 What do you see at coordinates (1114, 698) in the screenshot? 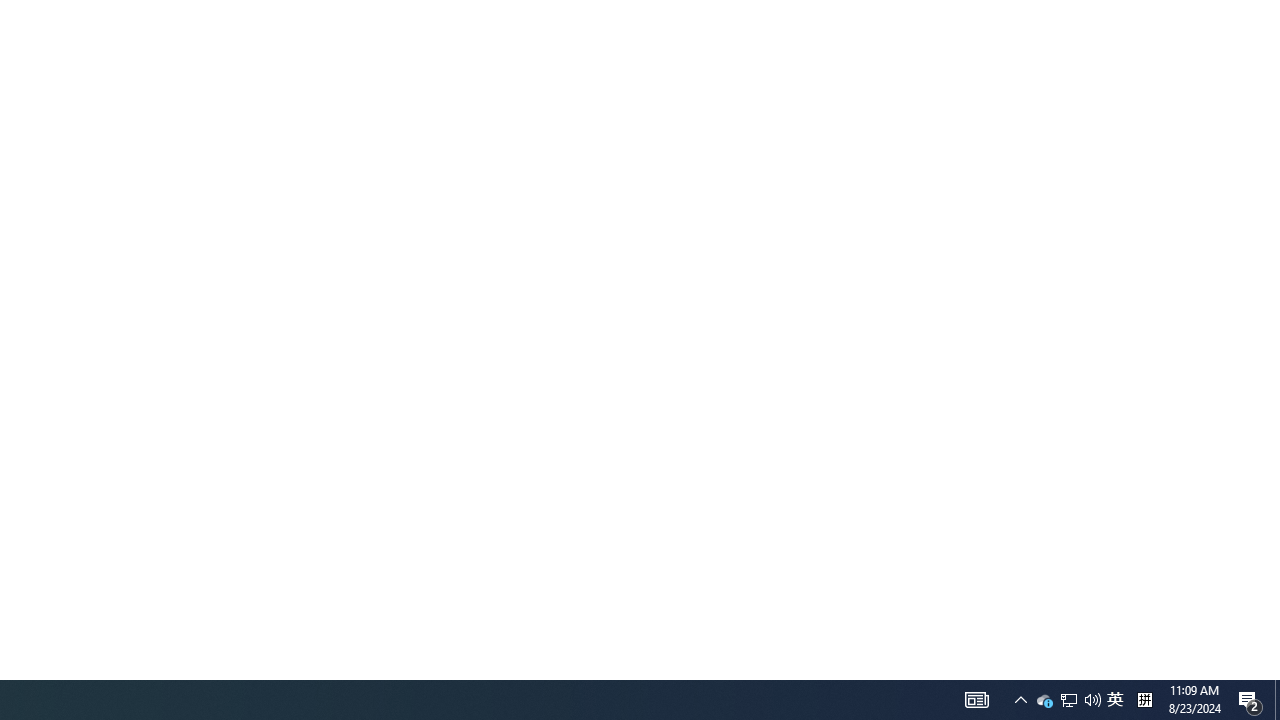
I see `'User Promoted Notification Area'` at bounding box center [1114, 698].